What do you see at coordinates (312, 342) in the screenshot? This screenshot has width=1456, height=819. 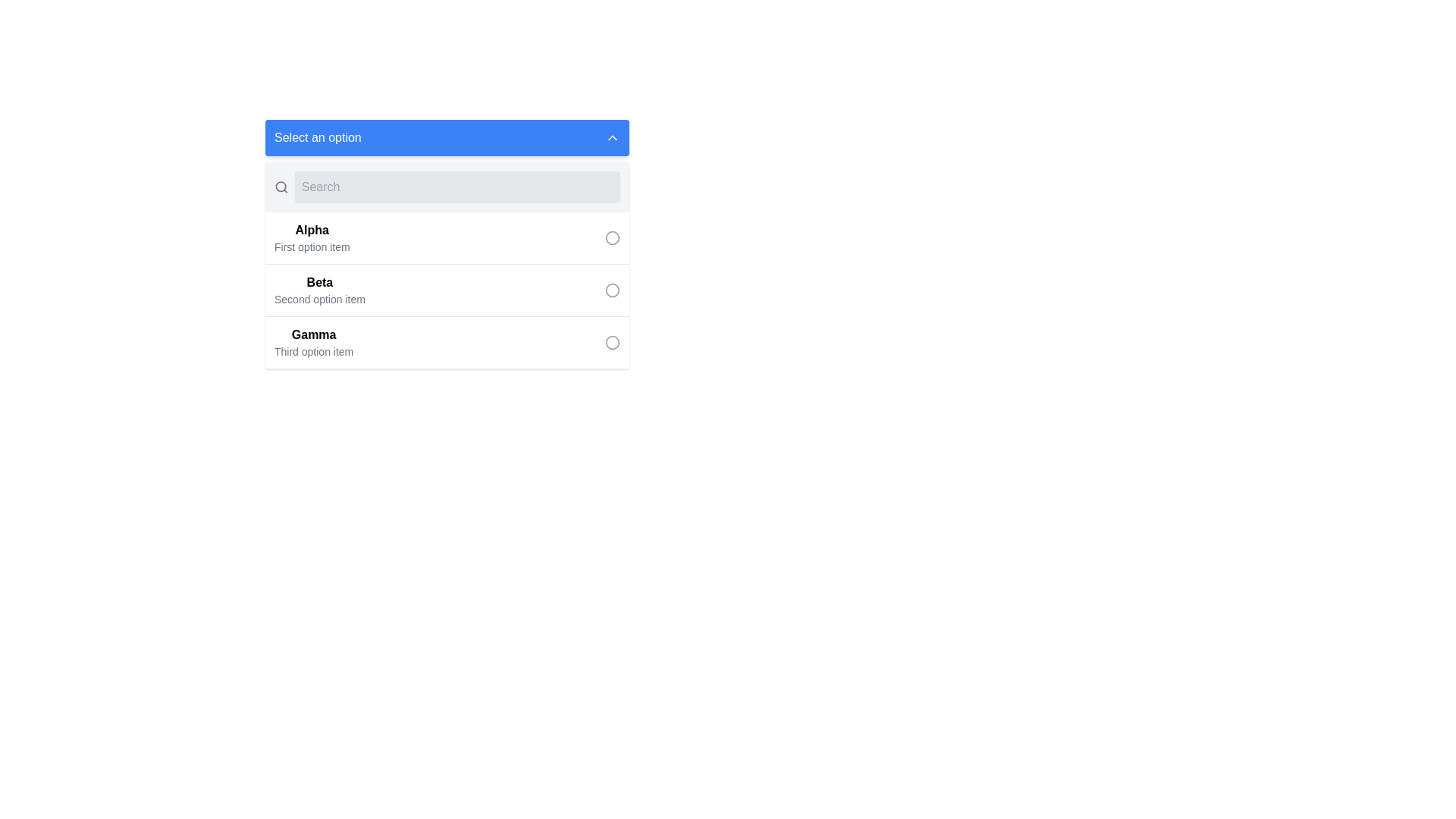 I see `the text label displaying 'Gamma' which is the third item in the vertically arranged list` at bounding box center [312, 342].